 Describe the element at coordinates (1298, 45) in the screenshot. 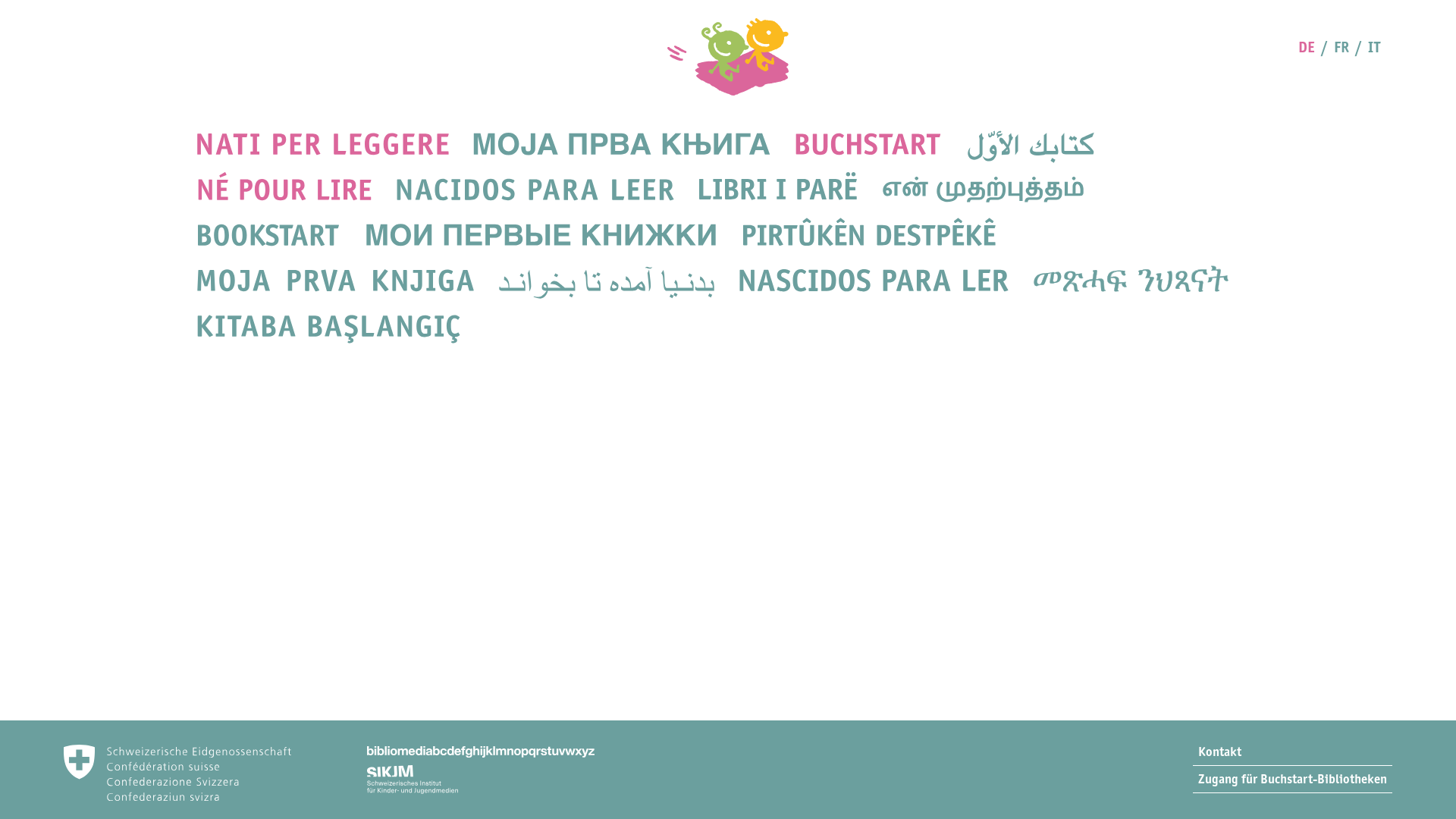

I see `'DE'` at that location.